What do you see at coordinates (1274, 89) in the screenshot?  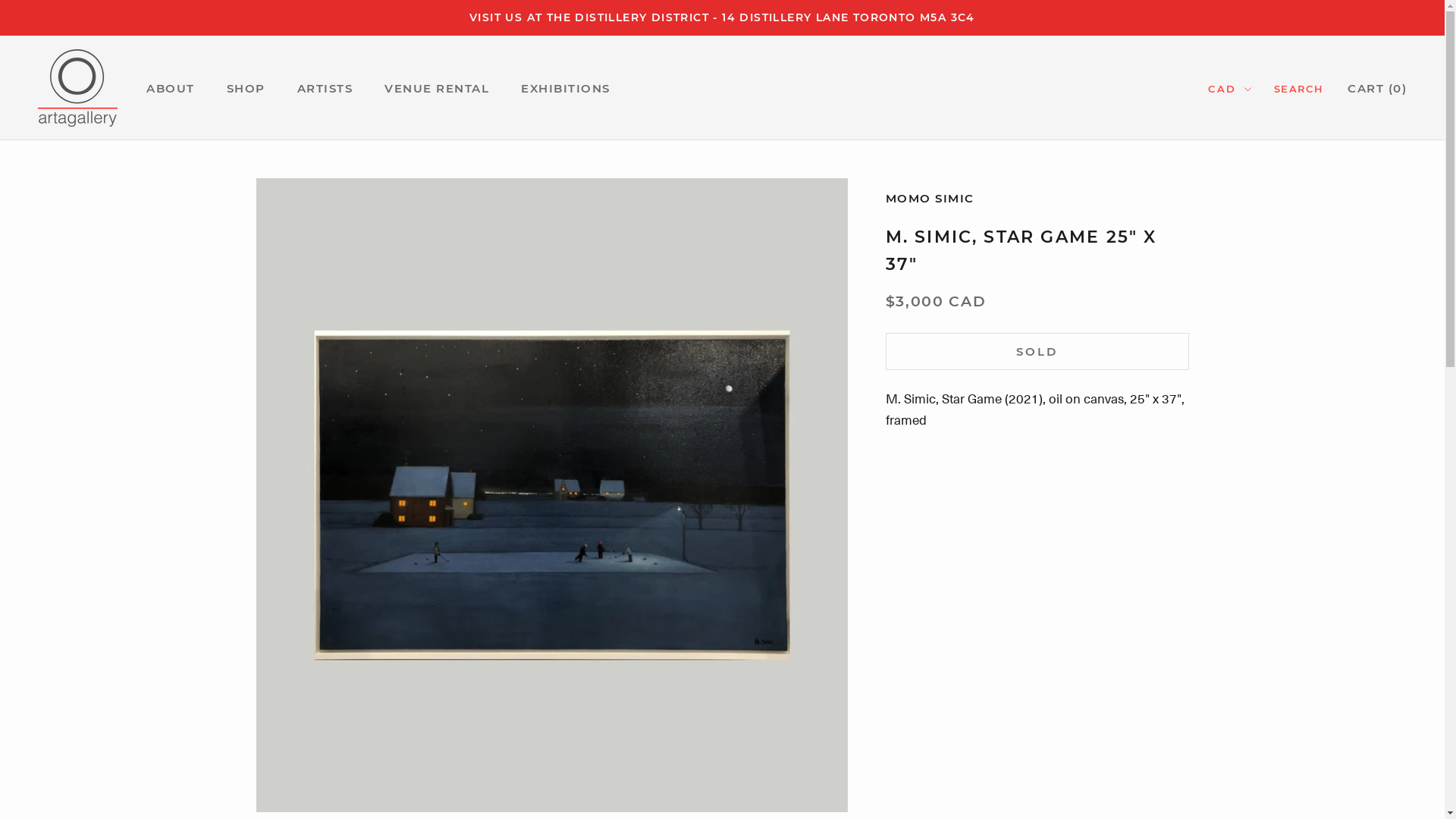 I see `'SEARCH'` at bounding box center [1274, 89].